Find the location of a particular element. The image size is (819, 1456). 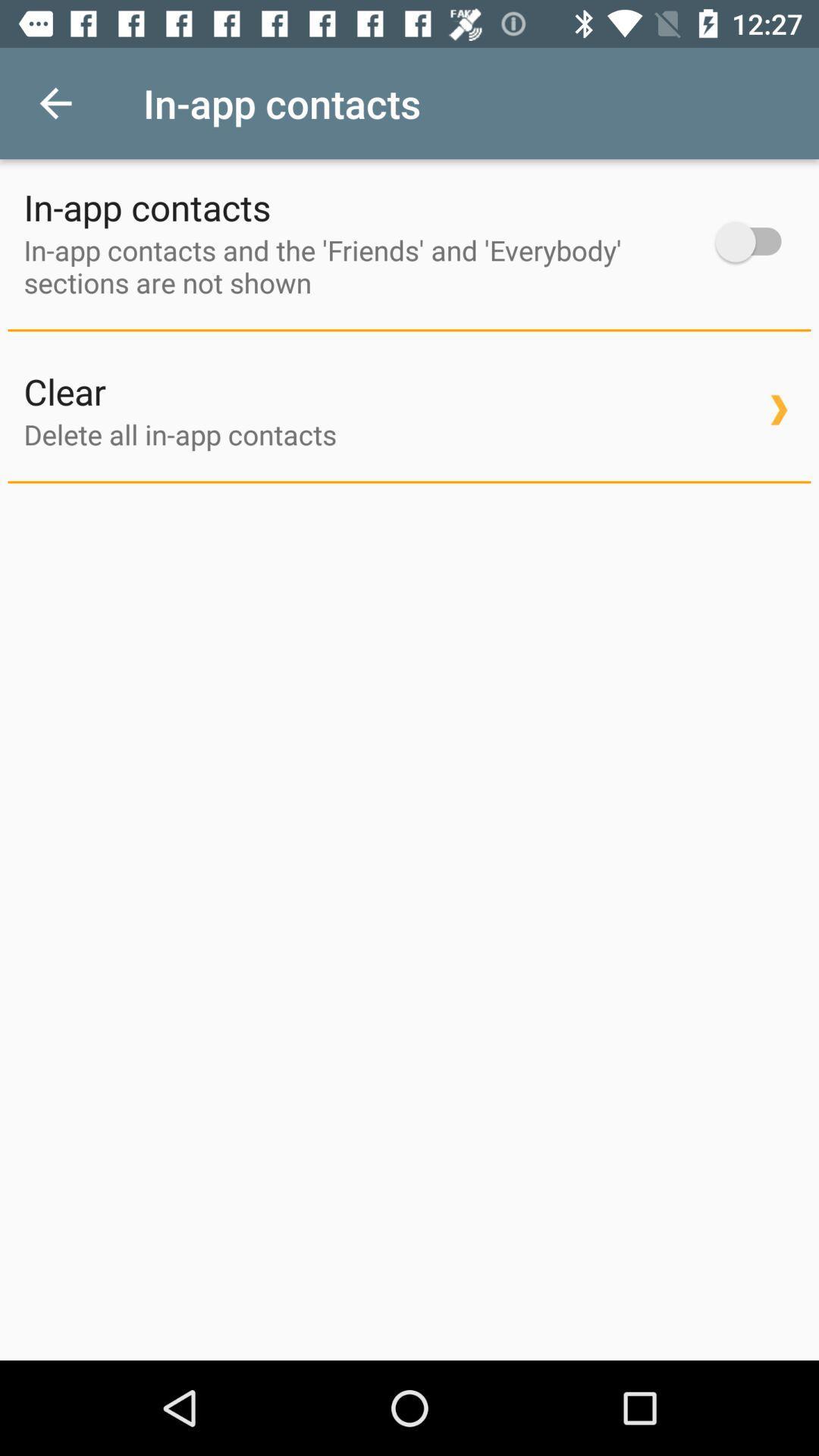

icon next to in-app contacts is located at coordinates (55, 102).